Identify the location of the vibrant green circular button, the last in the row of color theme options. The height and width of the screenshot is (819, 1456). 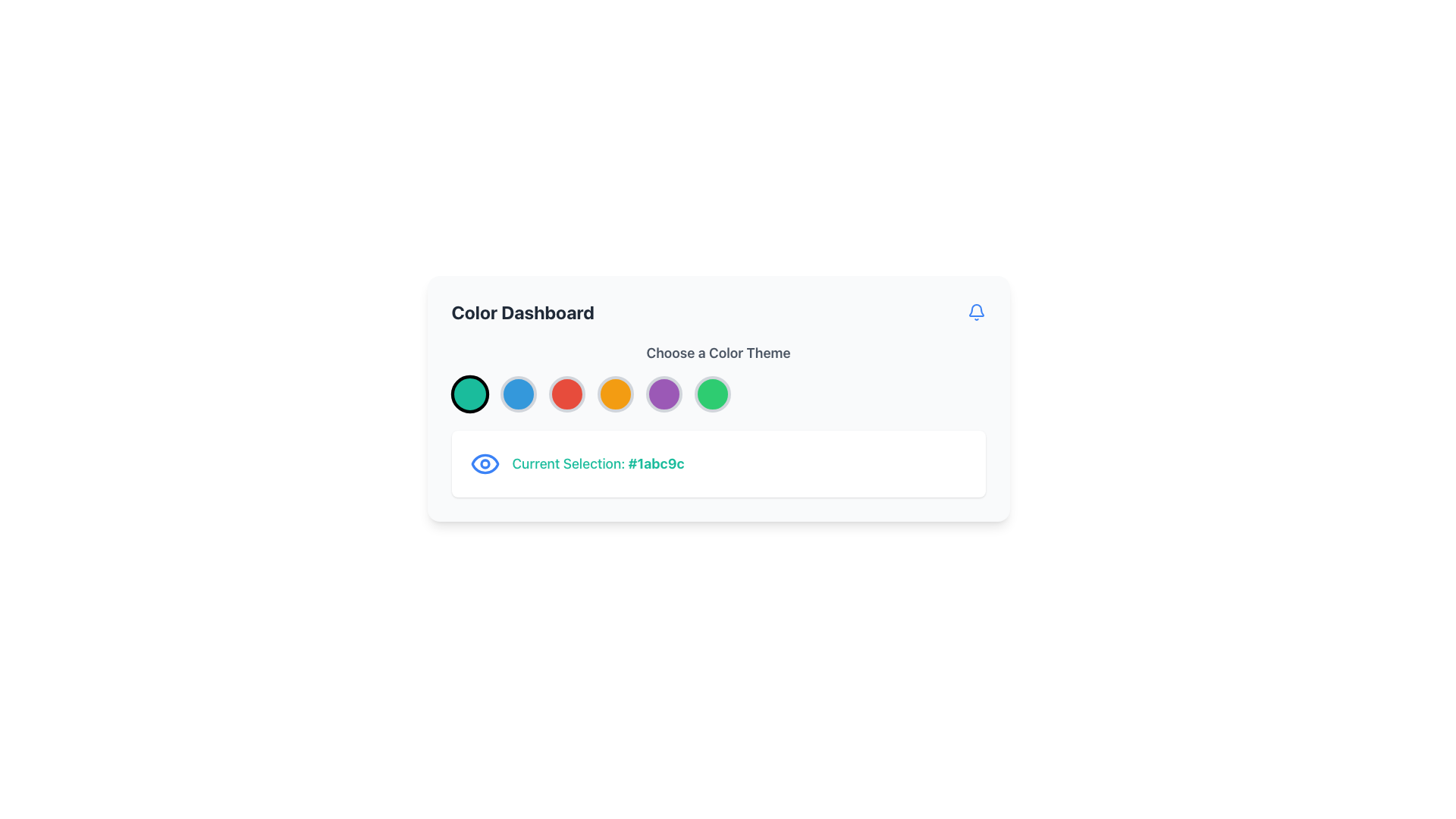
(711, 394).